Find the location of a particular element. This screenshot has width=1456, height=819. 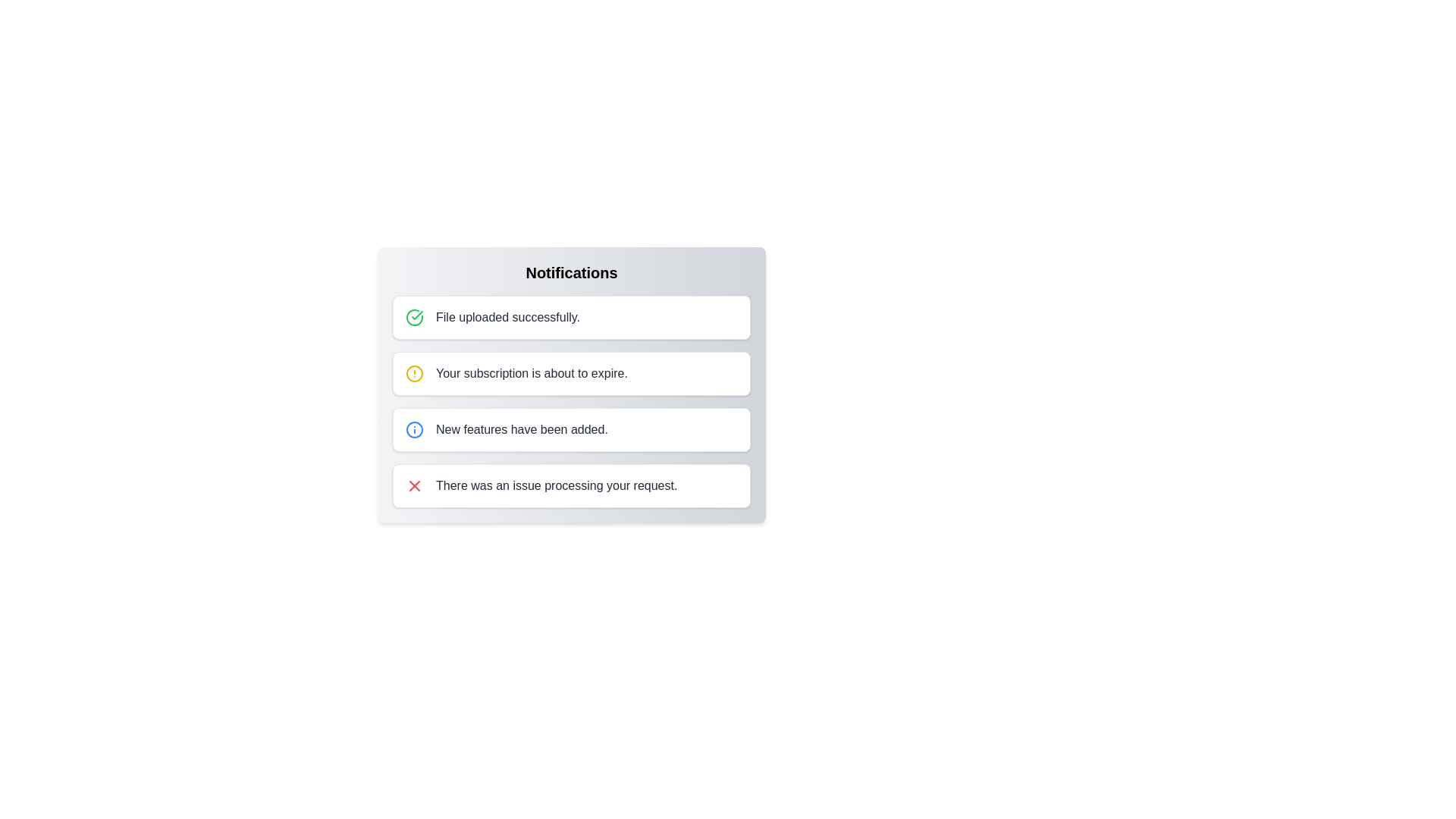

the outer ring of the information icon located in the notification panel under 'Notifications' is located at coordinates (415, 430).